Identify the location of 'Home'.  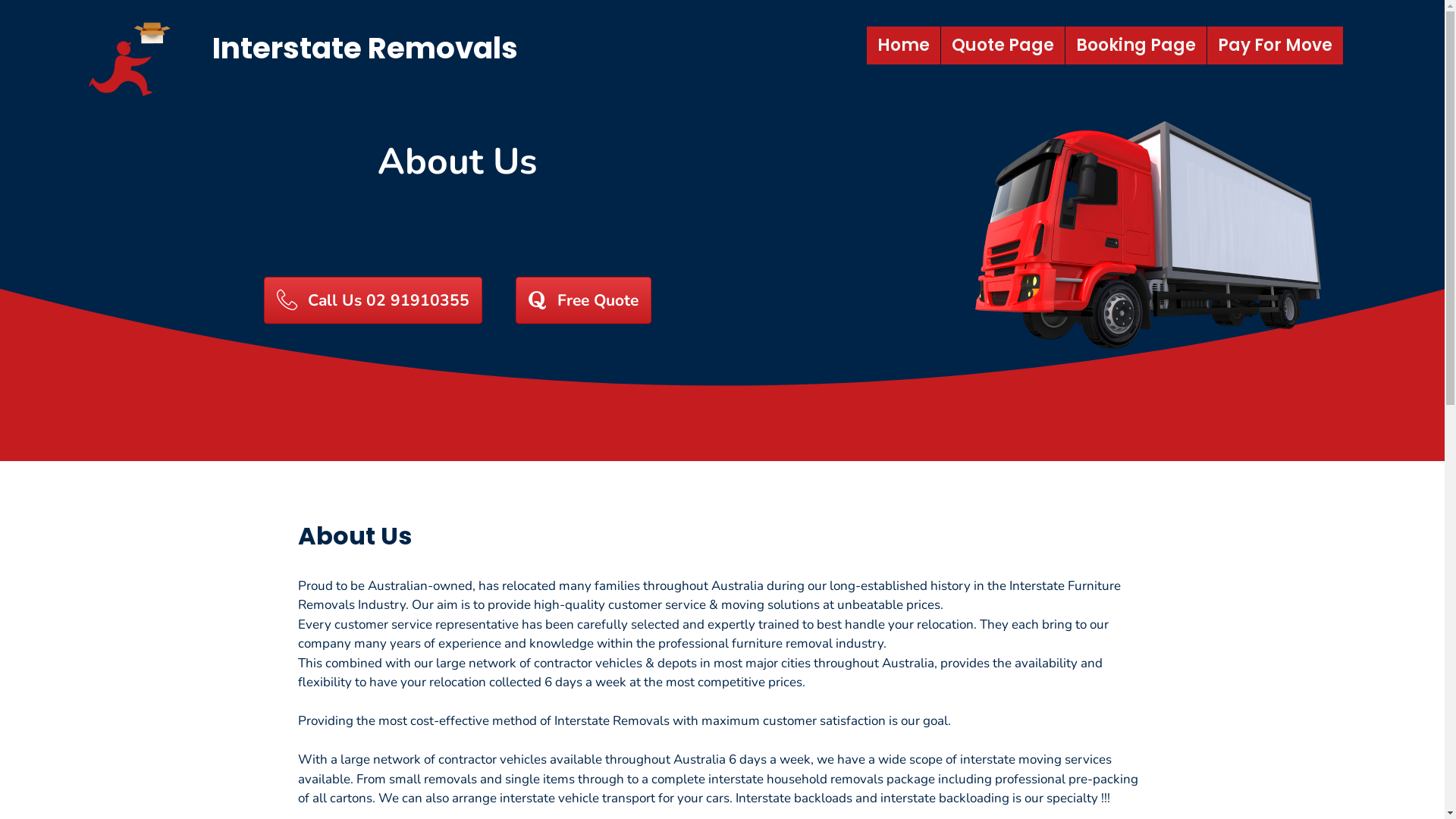
(903, 45).